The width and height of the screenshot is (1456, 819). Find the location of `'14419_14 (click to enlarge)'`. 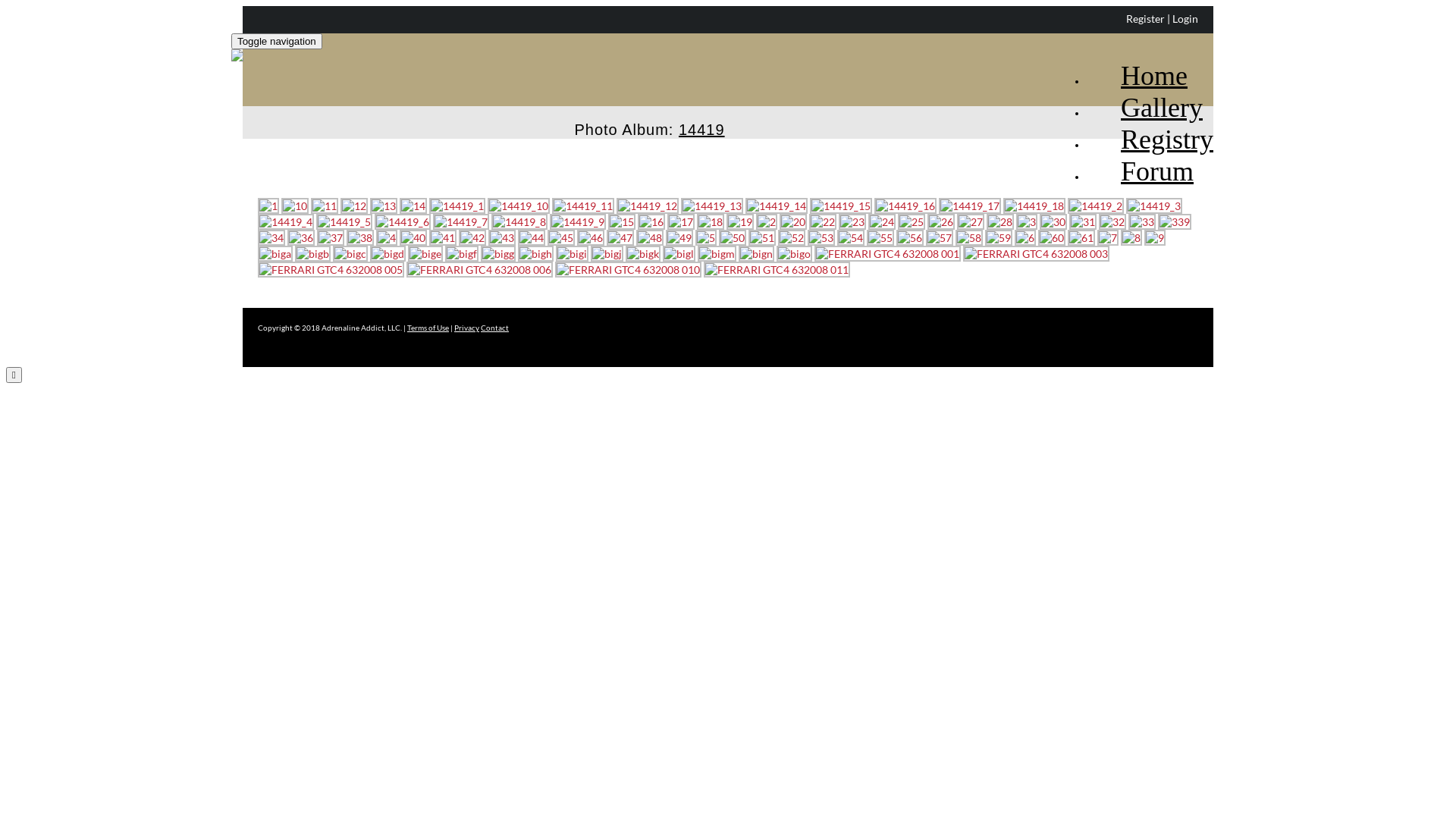

'14419_14 (click to enlarge)' is located at coordinates (745, 206).